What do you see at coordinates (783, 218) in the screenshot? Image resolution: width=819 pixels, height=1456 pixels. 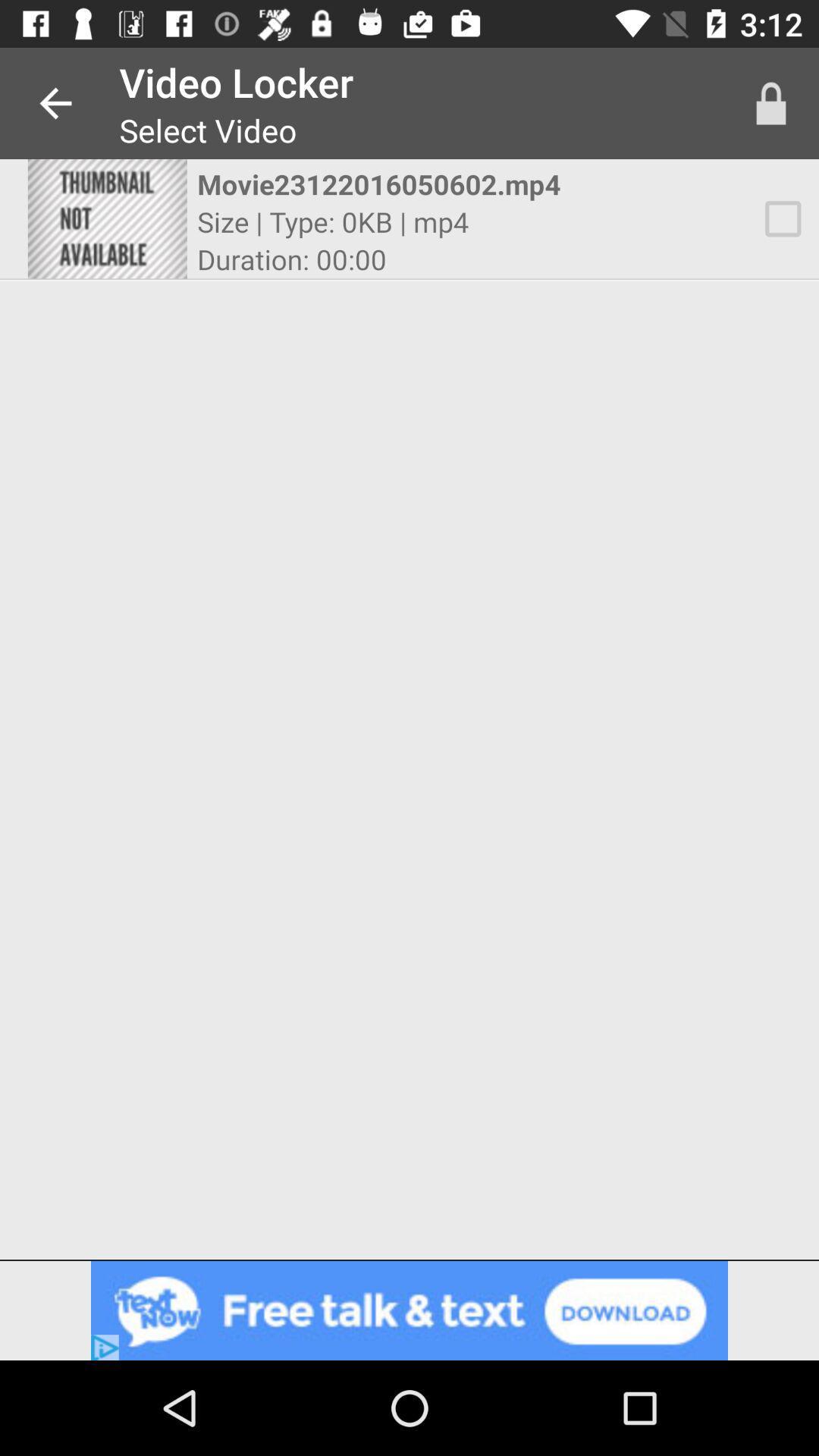 I see `the icon next to the movie23122016050602.mp4 icon` at bounding box center [783, 218].